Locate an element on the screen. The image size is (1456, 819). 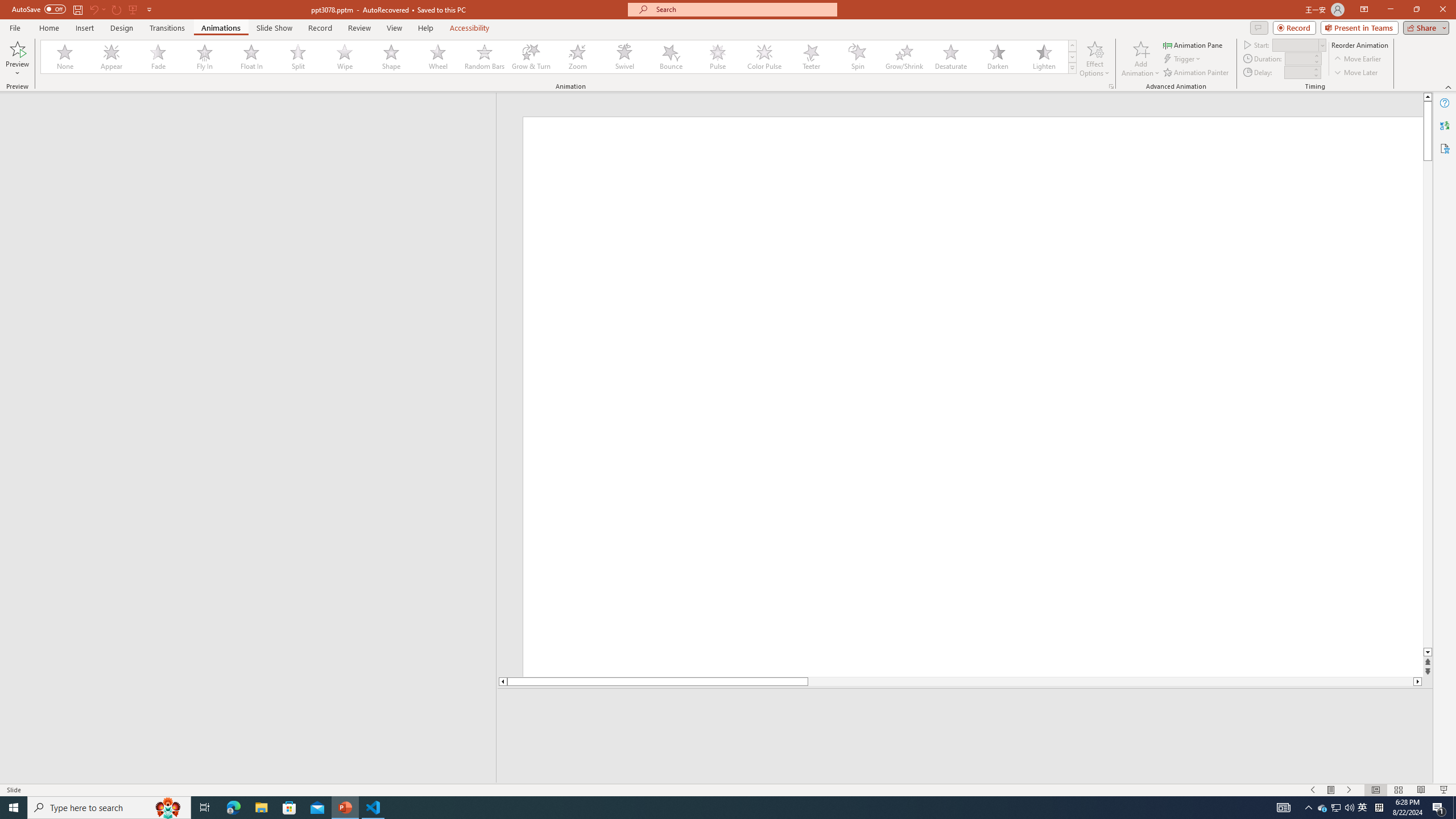
'Save' is located at coordinates (77, 9).